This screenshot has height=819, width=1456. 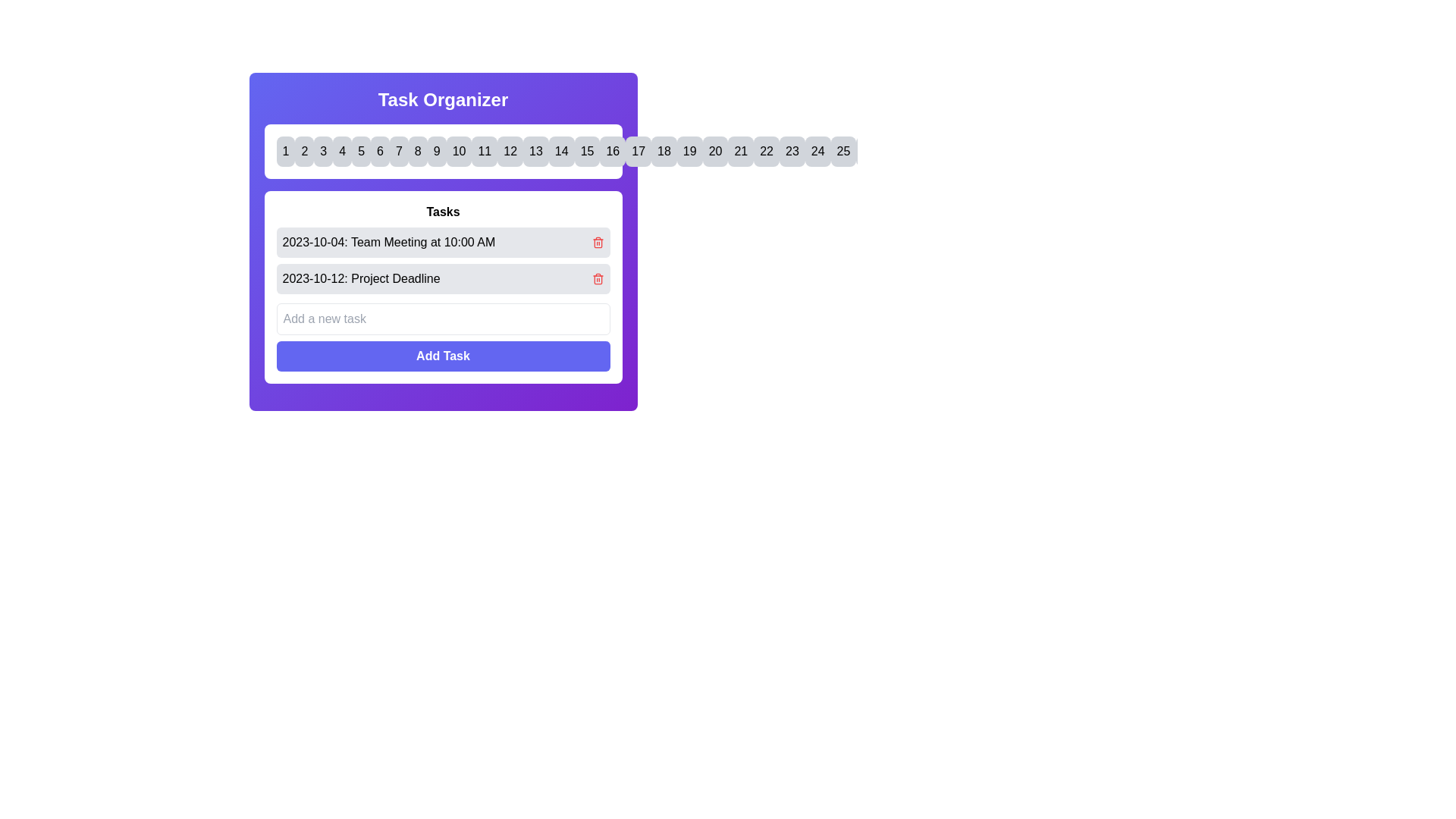 I want to click on the small rectangular button displaying the text '7' with a light gray background and rounded corners, so click(x=399, y=152).